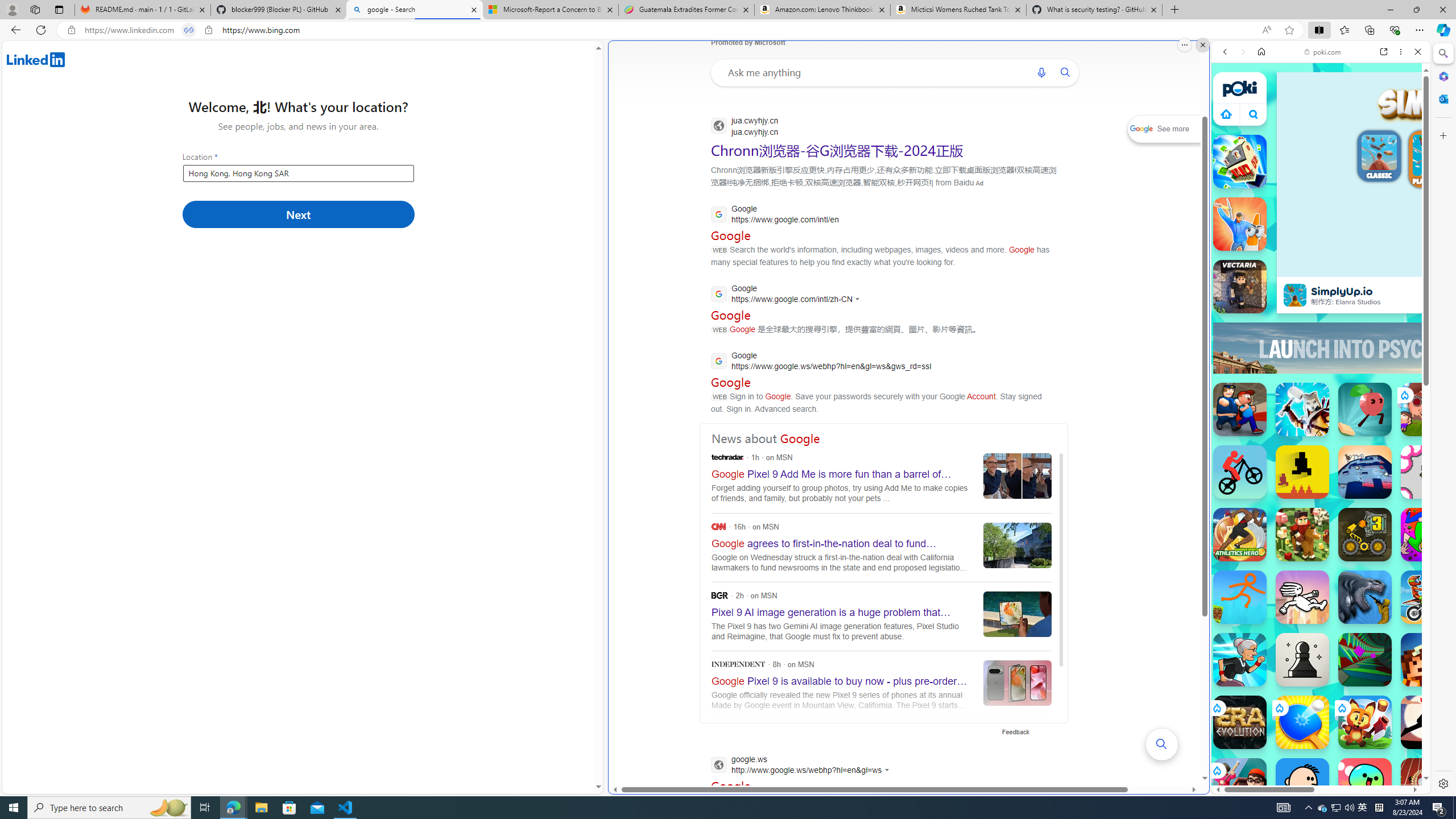 The height and width of the screenshot is (819, 1456). What do you see at coordinates (1365, 409) in the screenshot?
I see `'Up Together'` at bounding box center [1365, 409].